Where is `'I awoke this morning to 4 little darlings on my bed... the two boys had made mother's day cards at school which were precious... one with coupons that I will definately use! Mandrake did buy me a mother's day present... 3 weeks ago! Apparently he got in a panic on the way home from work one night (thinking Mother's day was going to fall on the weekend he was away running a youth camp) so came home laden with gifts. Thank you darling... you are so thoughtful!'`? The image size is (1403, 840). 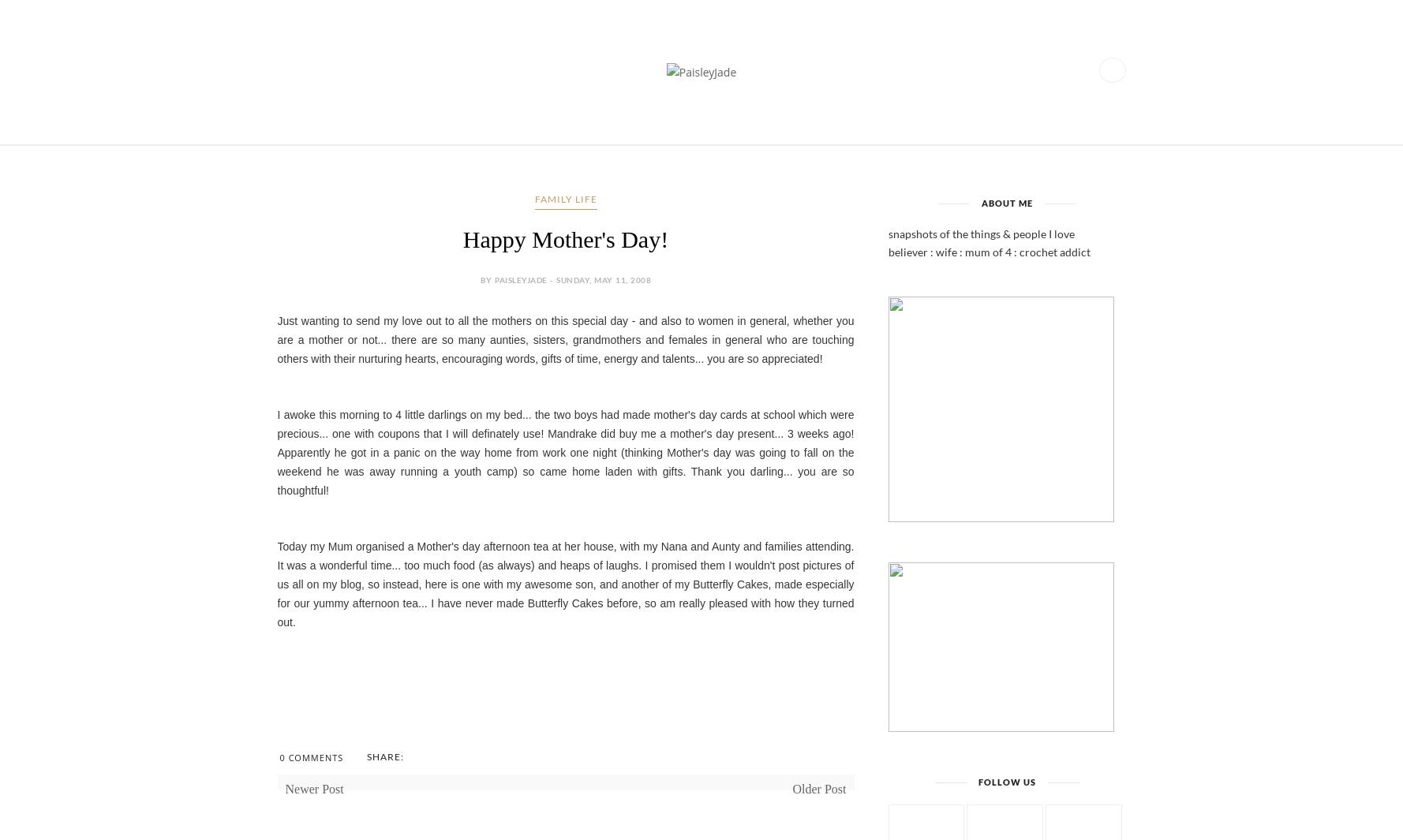
'I awoke this morning to 4 little darlings on my bed... the two boys had made mother's day cards at school which were precious... one with coupons that I will definately use! Mandrake did buy me a mother's day present... 3 weeks ago! Apparently he got in a panic on the way home from work one night (thinking Mother's day was going to fall on the weekend he was away running a youth camp) so came home laden with gifts. Thank you darling... you are so thoughtful!' is located at coordinates (564, 453).